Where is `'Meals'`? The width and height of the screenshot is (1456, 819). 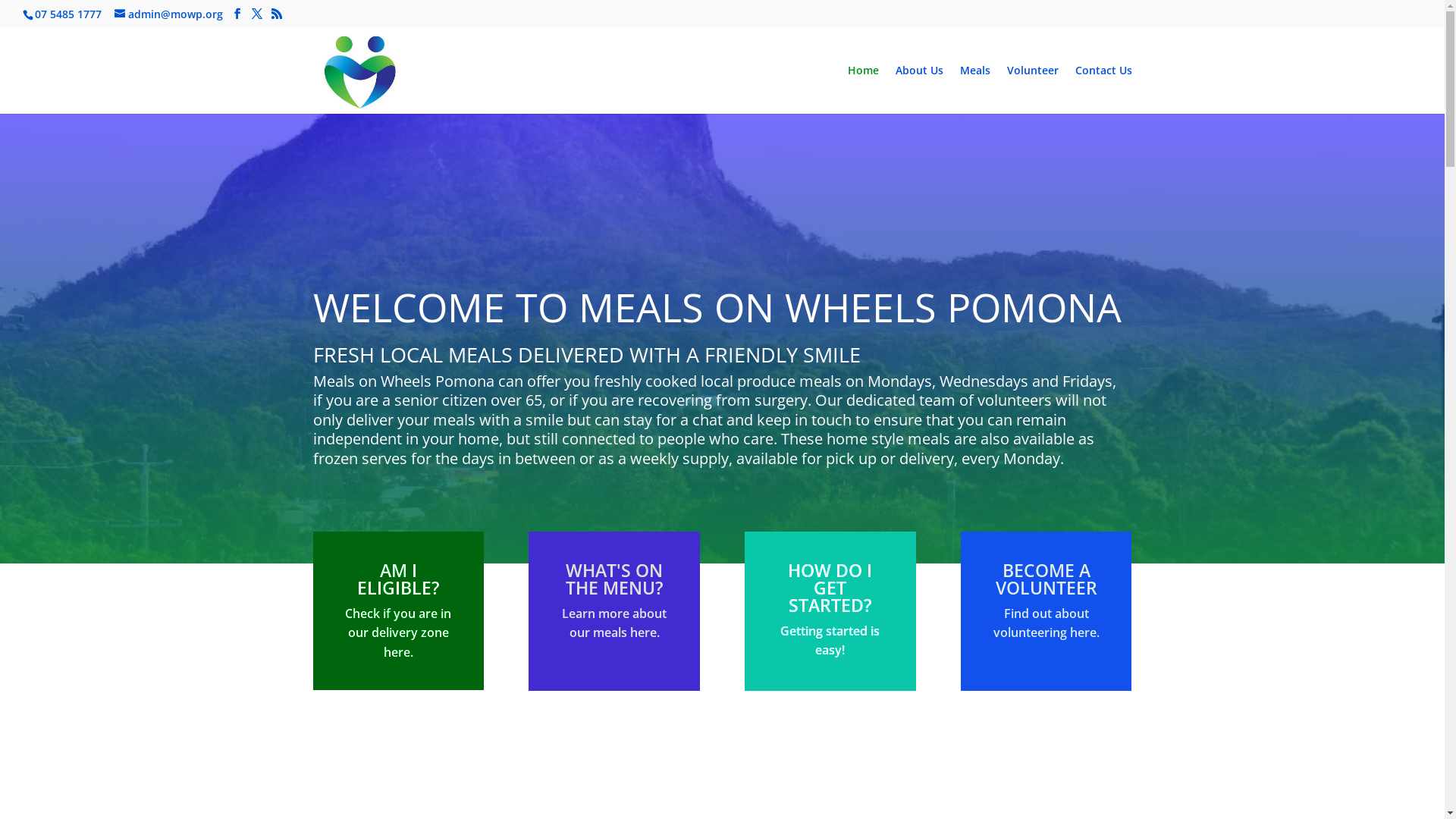 'Meals' is located at coordinates (975, 89).